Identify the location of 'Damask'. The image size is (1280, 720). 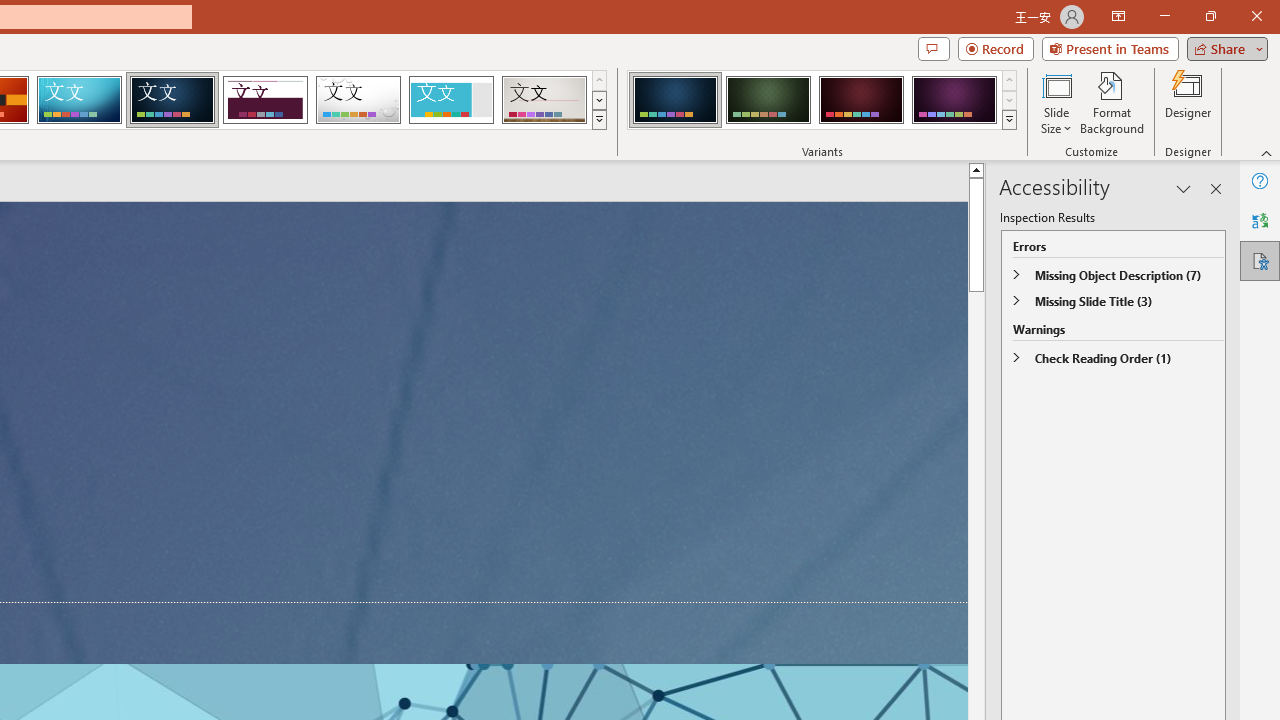
(172, 100).